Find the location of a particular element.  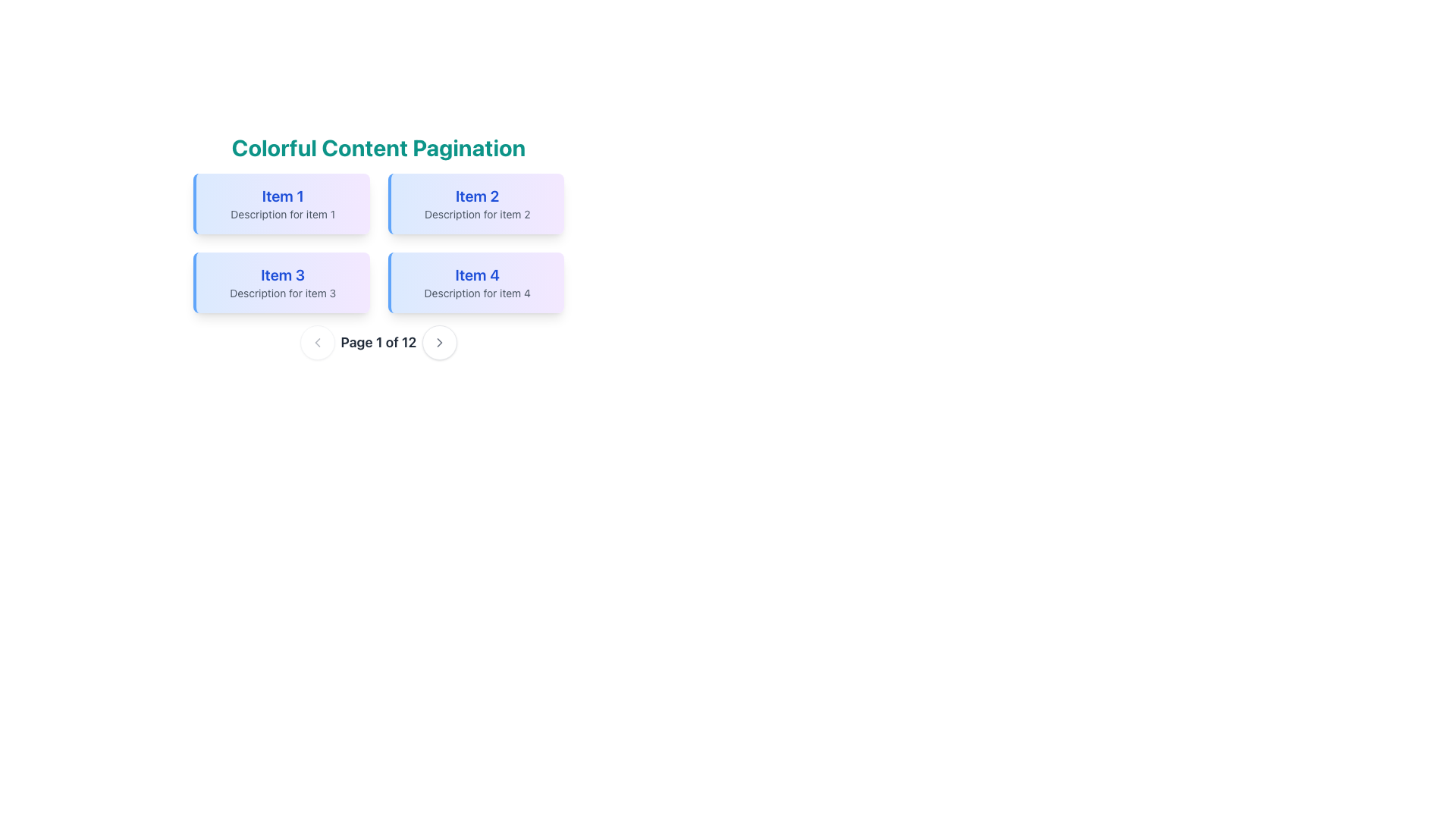

the chevron icon on the pagination controls located to the right of 'Page 1 of 12' is located at coordinates (439, 342).